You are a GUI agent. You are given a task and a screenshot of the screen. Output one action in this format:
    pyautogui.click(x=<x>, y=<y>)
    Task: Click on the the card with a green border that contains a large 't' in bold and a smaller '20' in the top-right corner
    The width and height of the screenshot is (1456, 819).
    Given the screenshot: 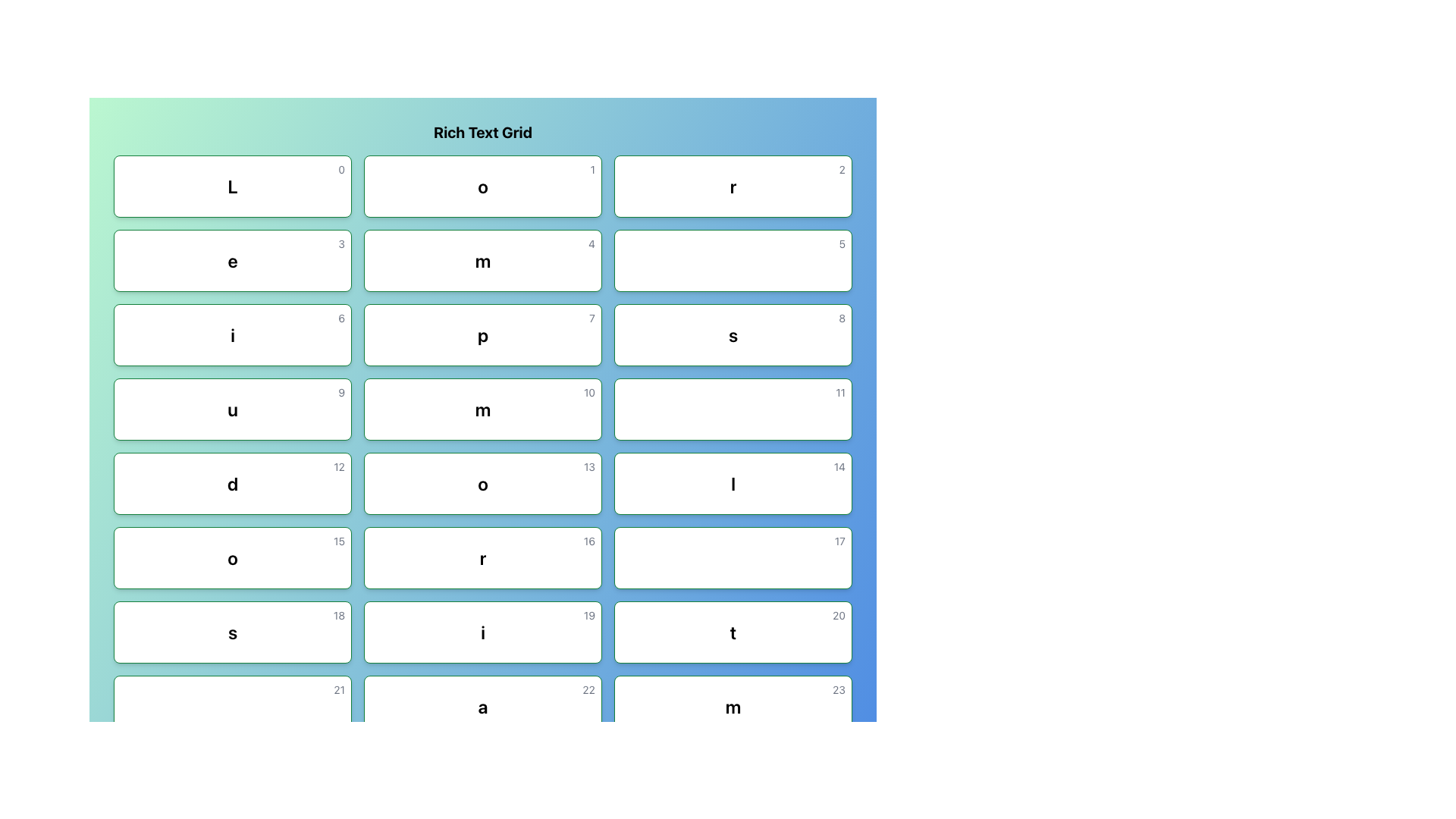 What is the action you would take?
    pyautogui.click(x=733, y=632)
    